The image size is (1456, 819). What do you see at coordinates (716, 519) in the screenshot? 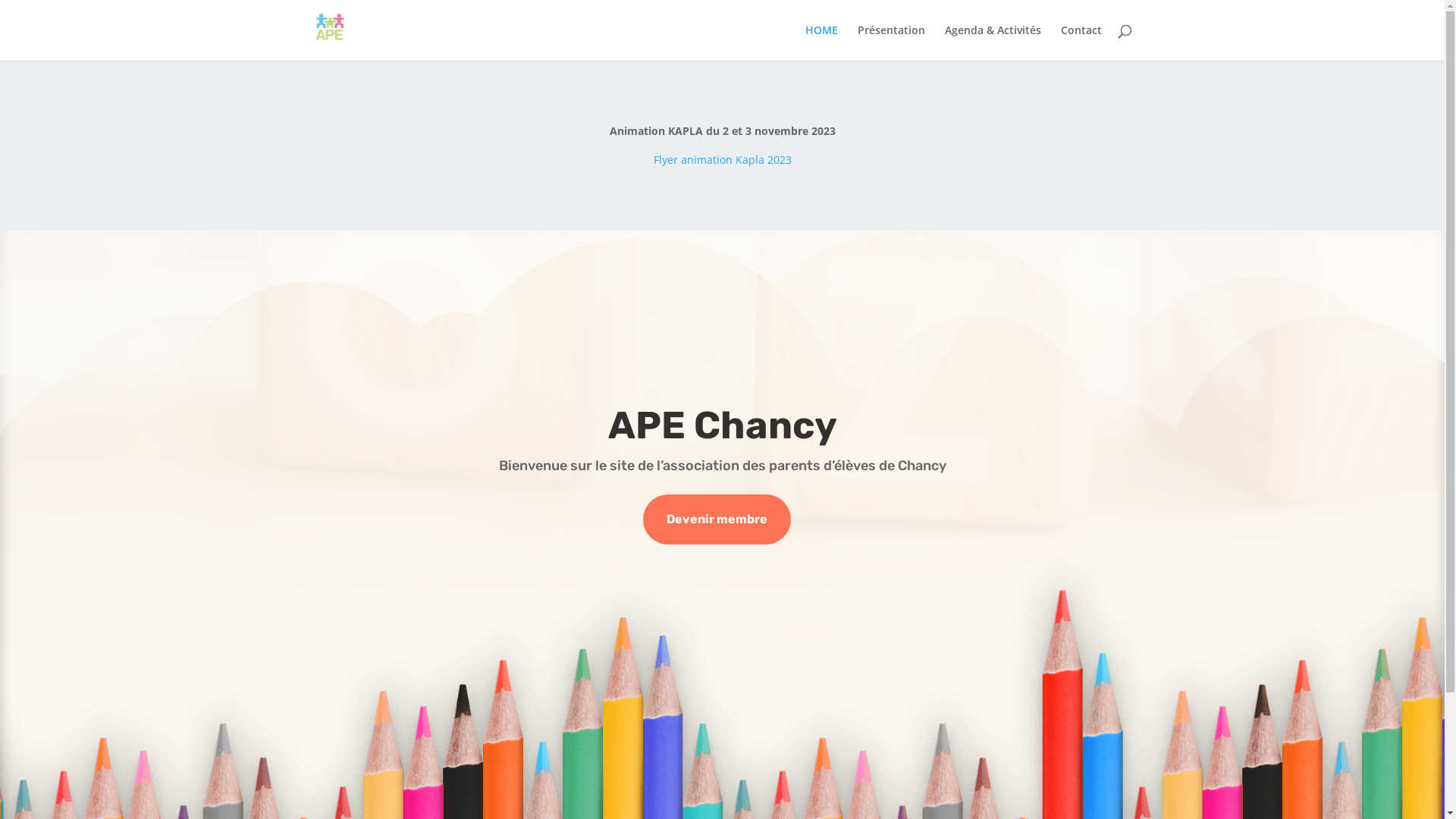
I see `'Devenir membre'` at bounding box center [716, 519].